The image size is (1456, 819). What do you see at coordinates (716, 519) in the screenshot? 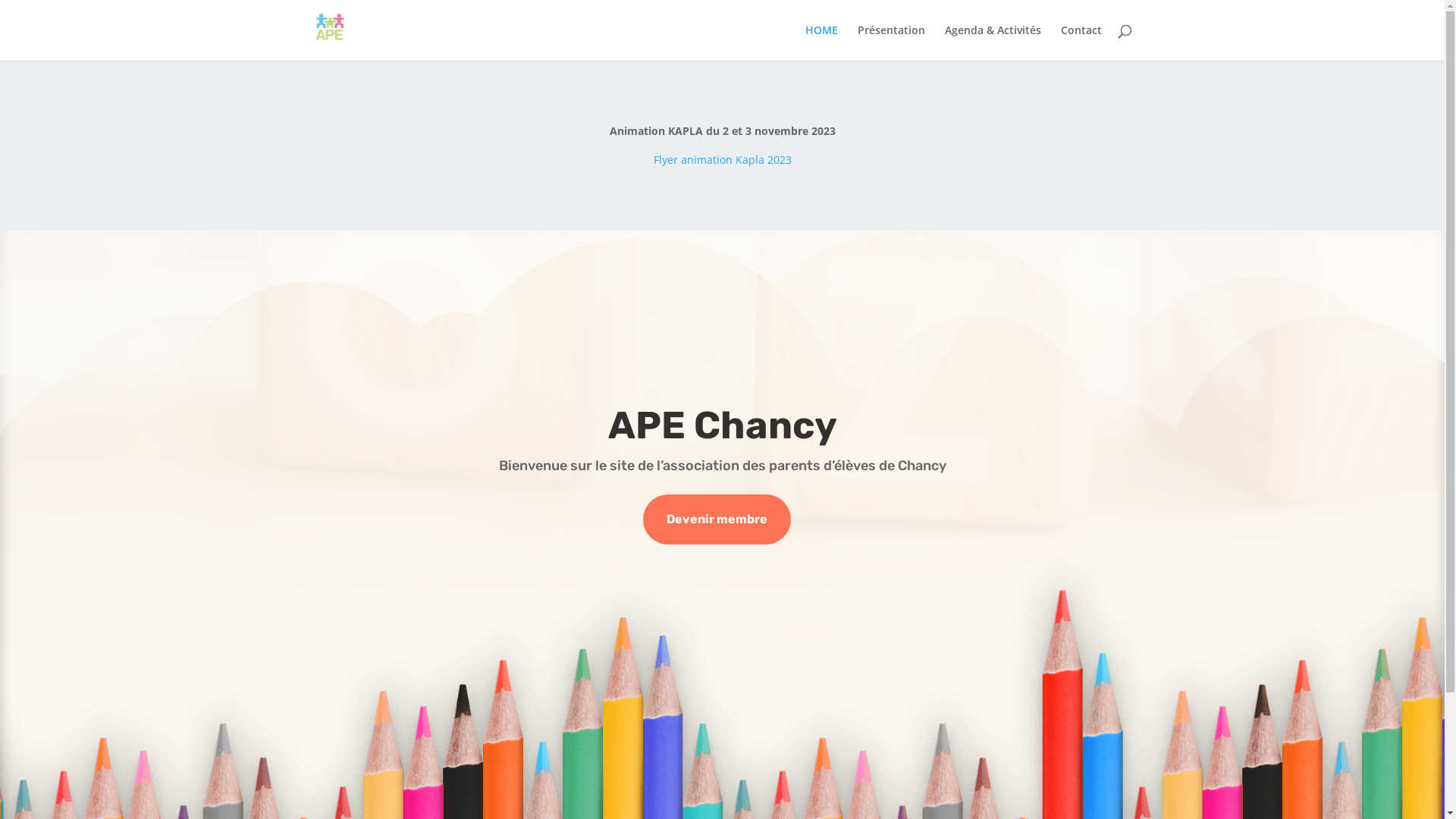
I see `'Devenir membre'` at bounding box center [716, 519].